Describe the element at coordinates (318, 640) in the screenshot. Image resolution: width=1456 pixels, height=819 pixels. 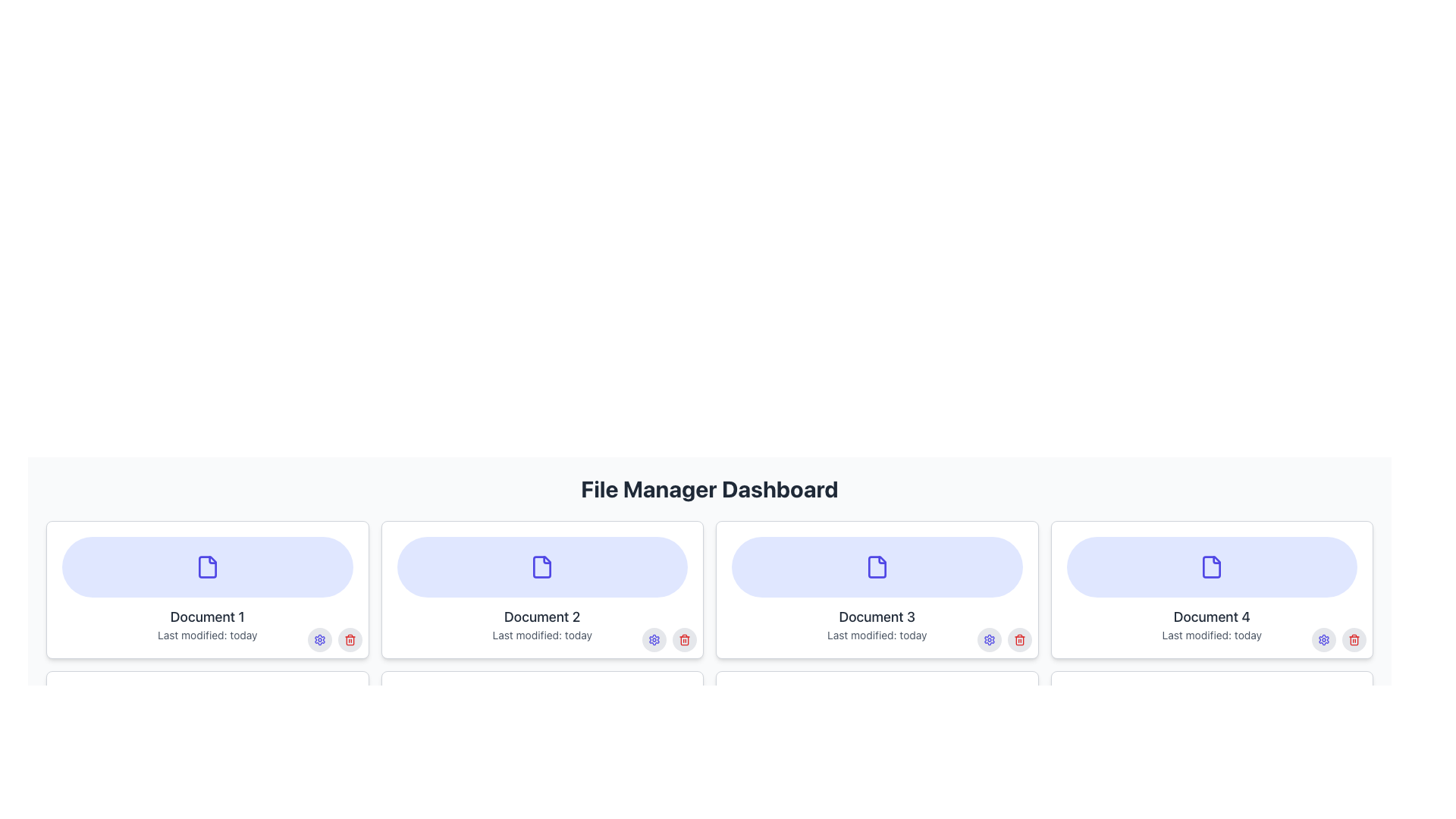
I see `the settings button located in the bottom-right corner of the first document card` at that location.